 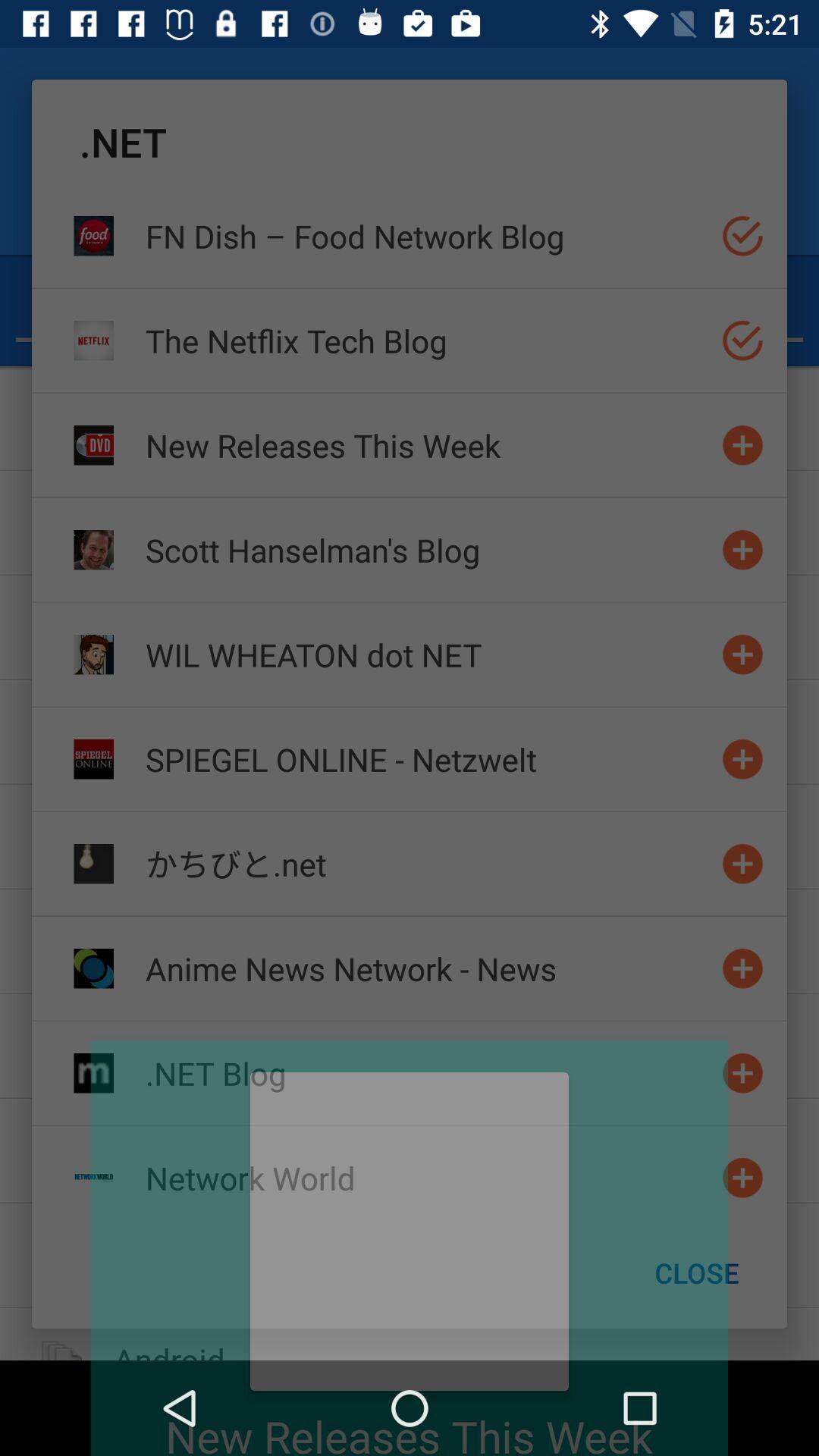 I want to click on a select option, so click(x=742, y=340).